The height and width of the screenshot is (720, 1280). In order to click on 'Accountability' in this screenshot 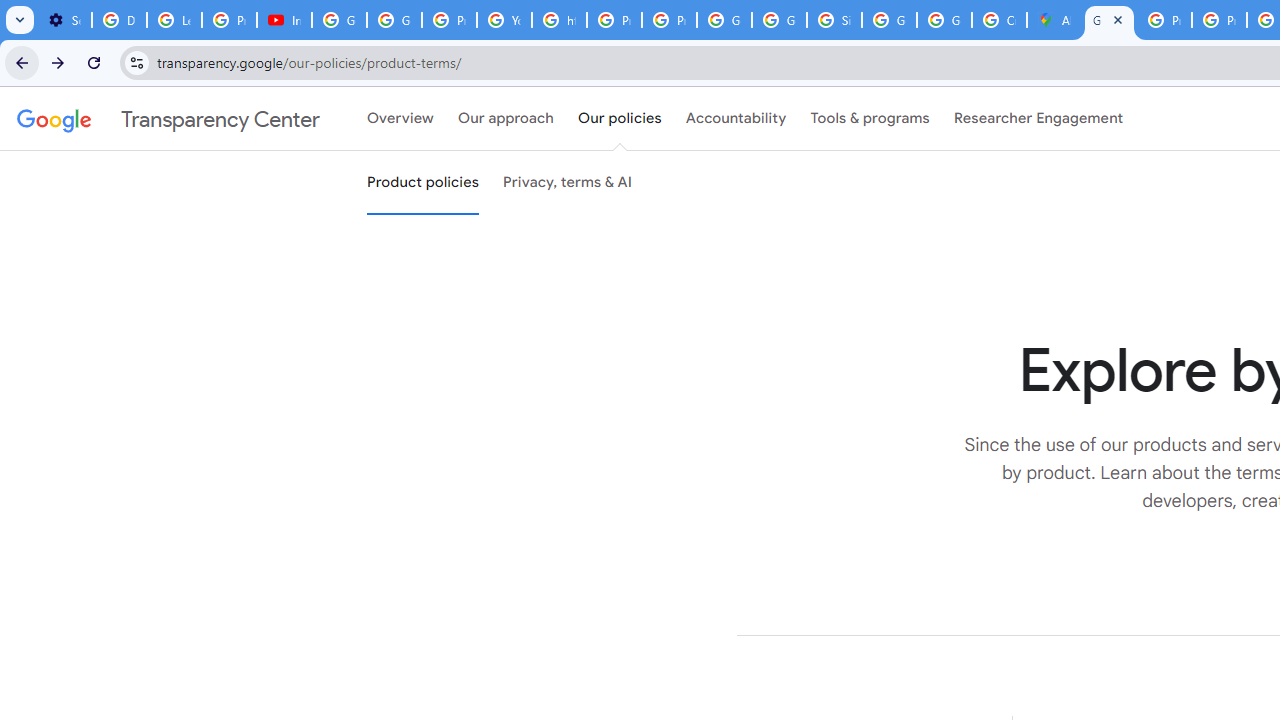, I will do `click(735, 119)`.